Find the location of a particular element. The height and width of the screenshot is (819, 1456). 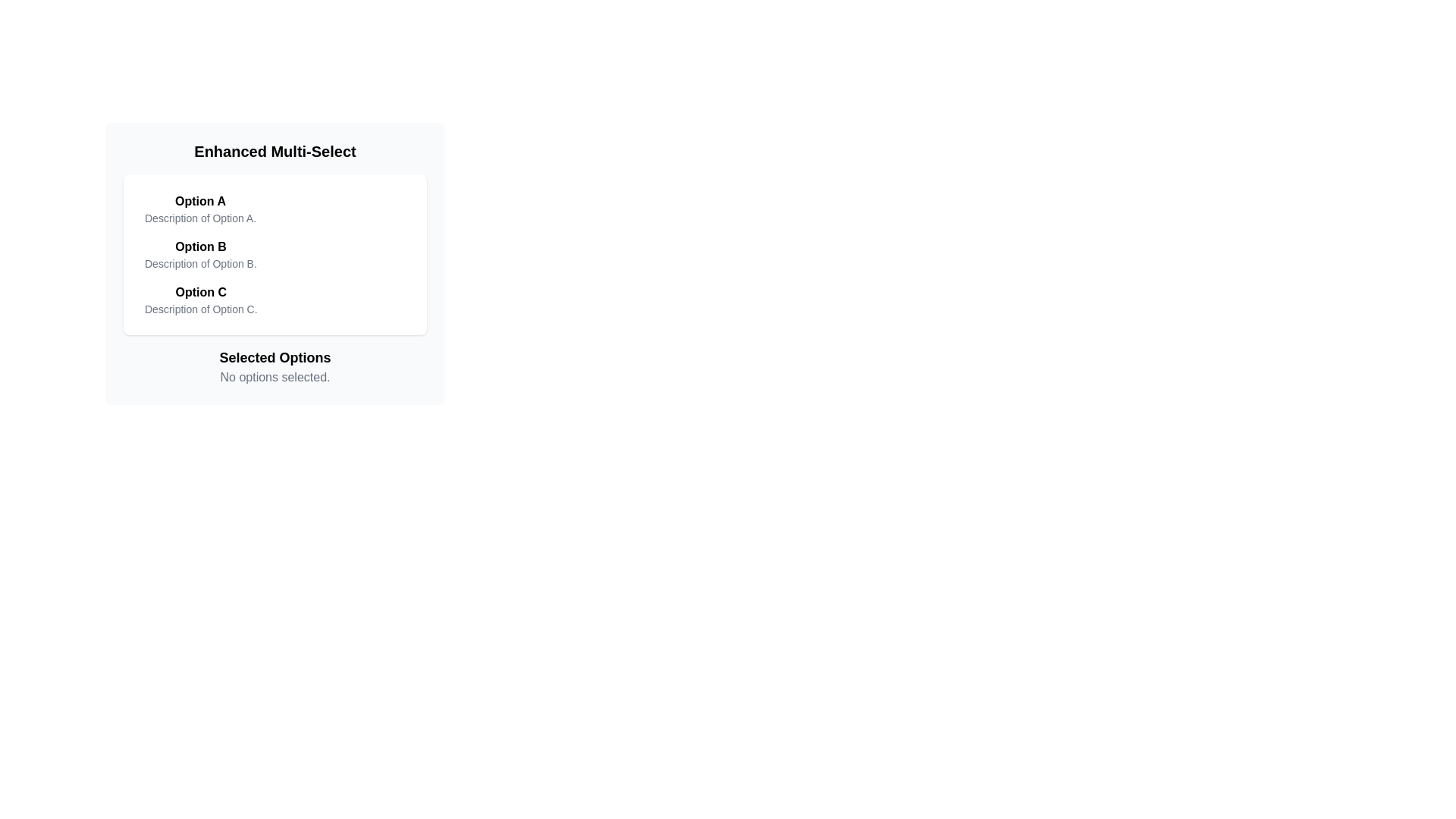

the Text display element that shows 'Selected Options' and 'No options selected.' located below the selectable options in the centered card is located at coordinates (275, 366).